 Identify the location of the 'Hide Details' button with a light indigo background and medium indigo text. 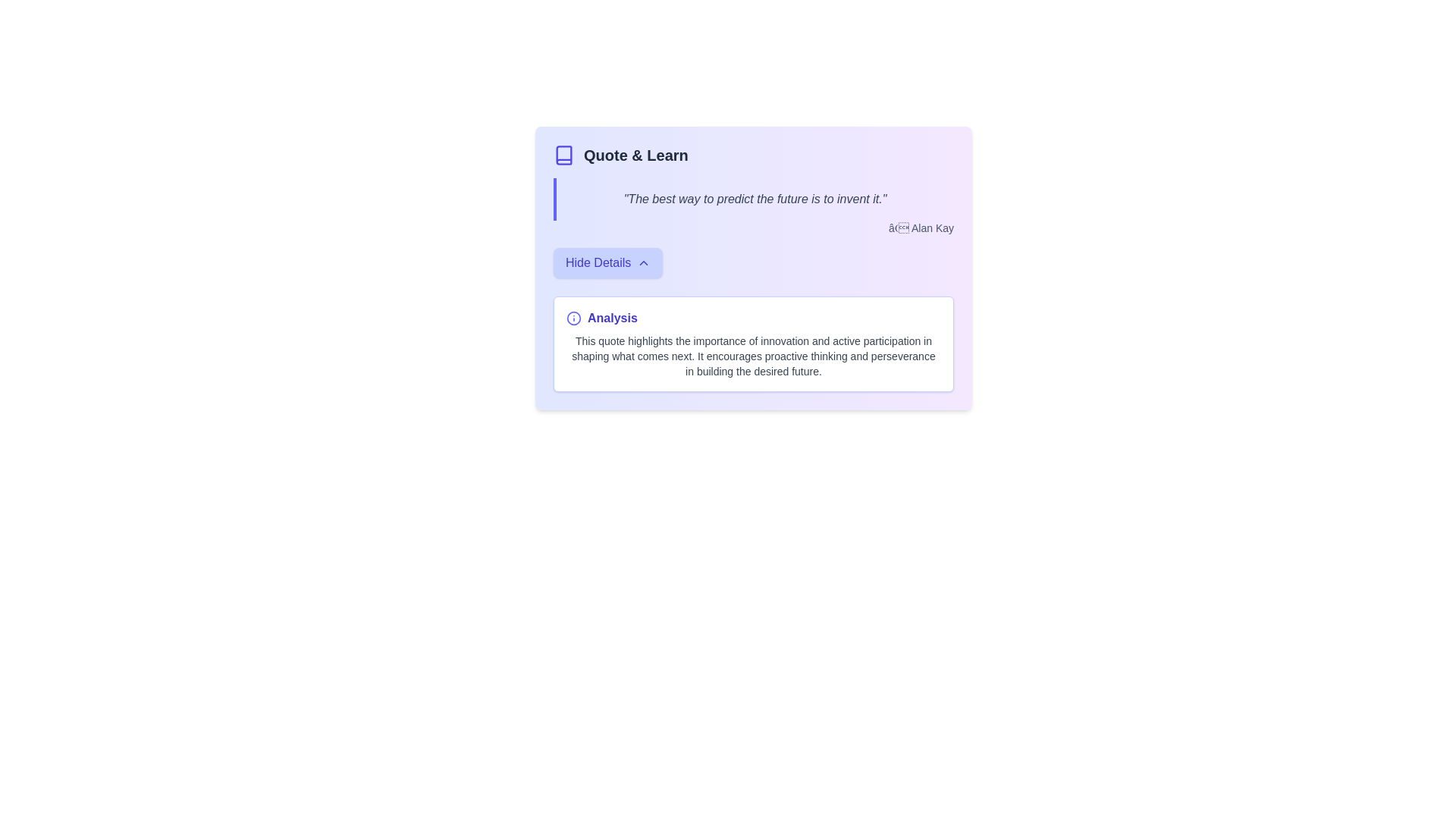
(607, 262).